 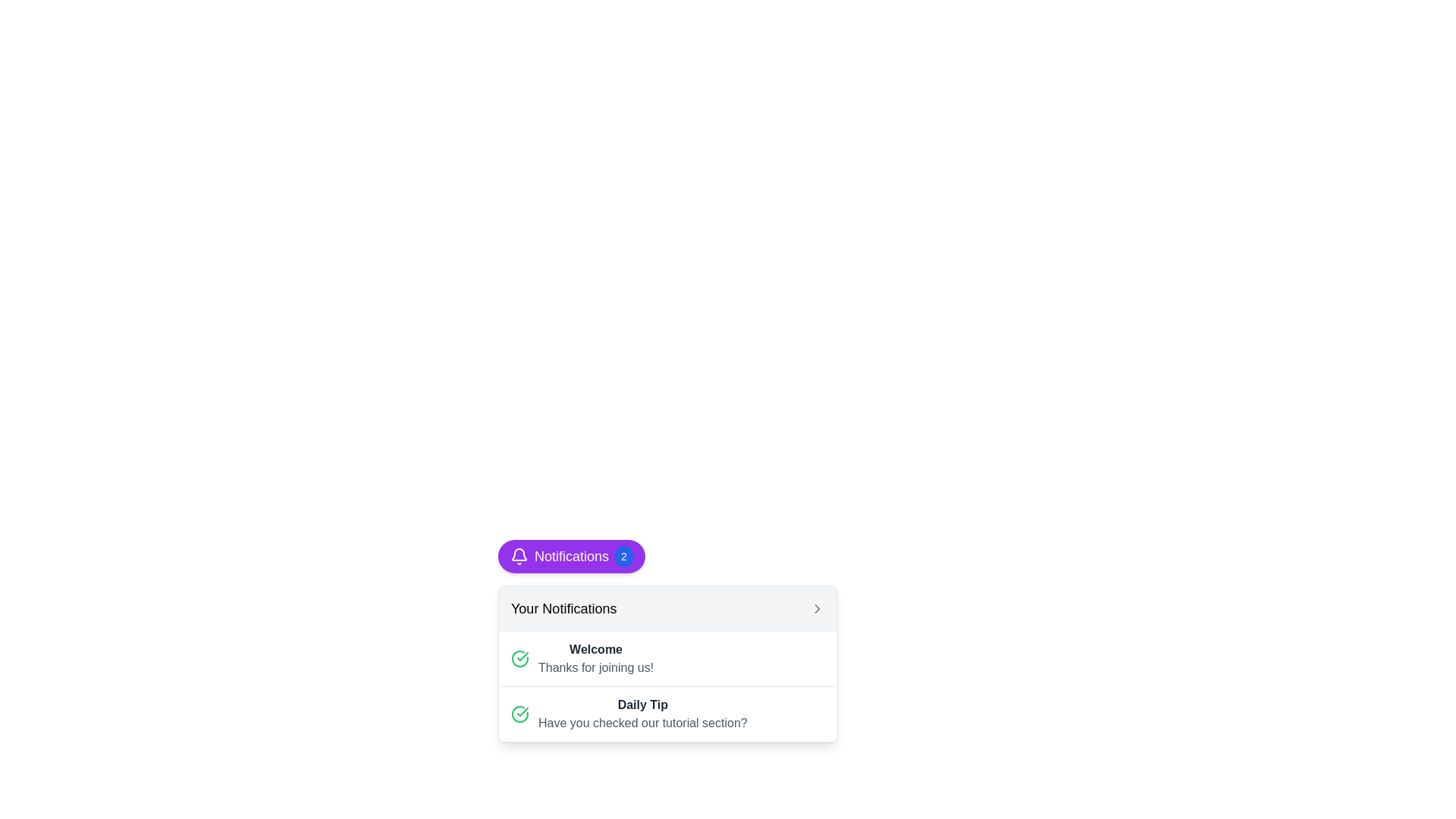 I want to click on the text label that says 'Have you checked our tutorial section?' located below the 'Daily Tip' title in the notification card, so click(x=642, y=722).